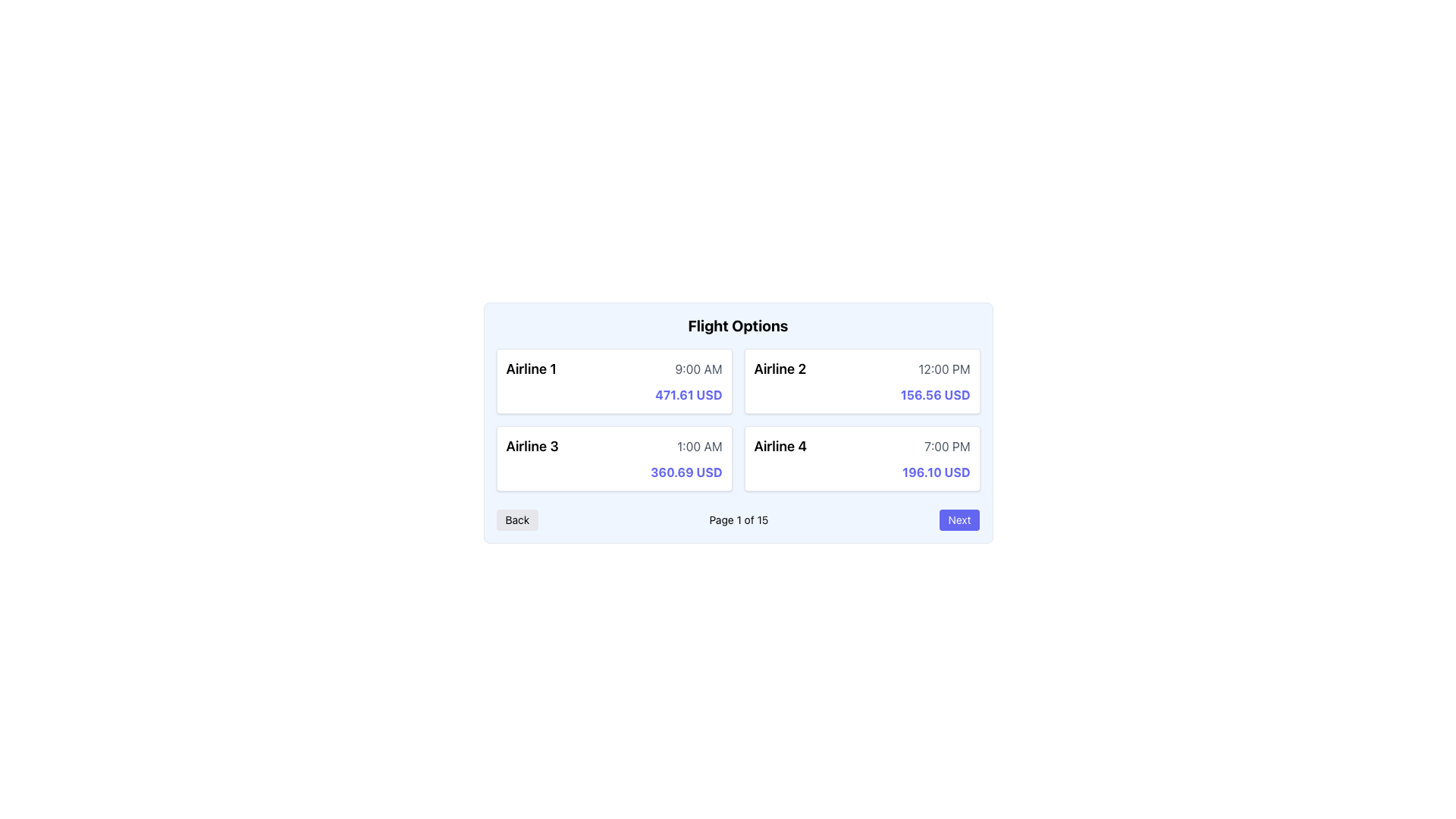 The width and height of the screenshot is (1456, 819). I want to click on the time indicator text for 'Airline 3' located in the bottom-left quadrant of the grid layout, so click(698, 446).